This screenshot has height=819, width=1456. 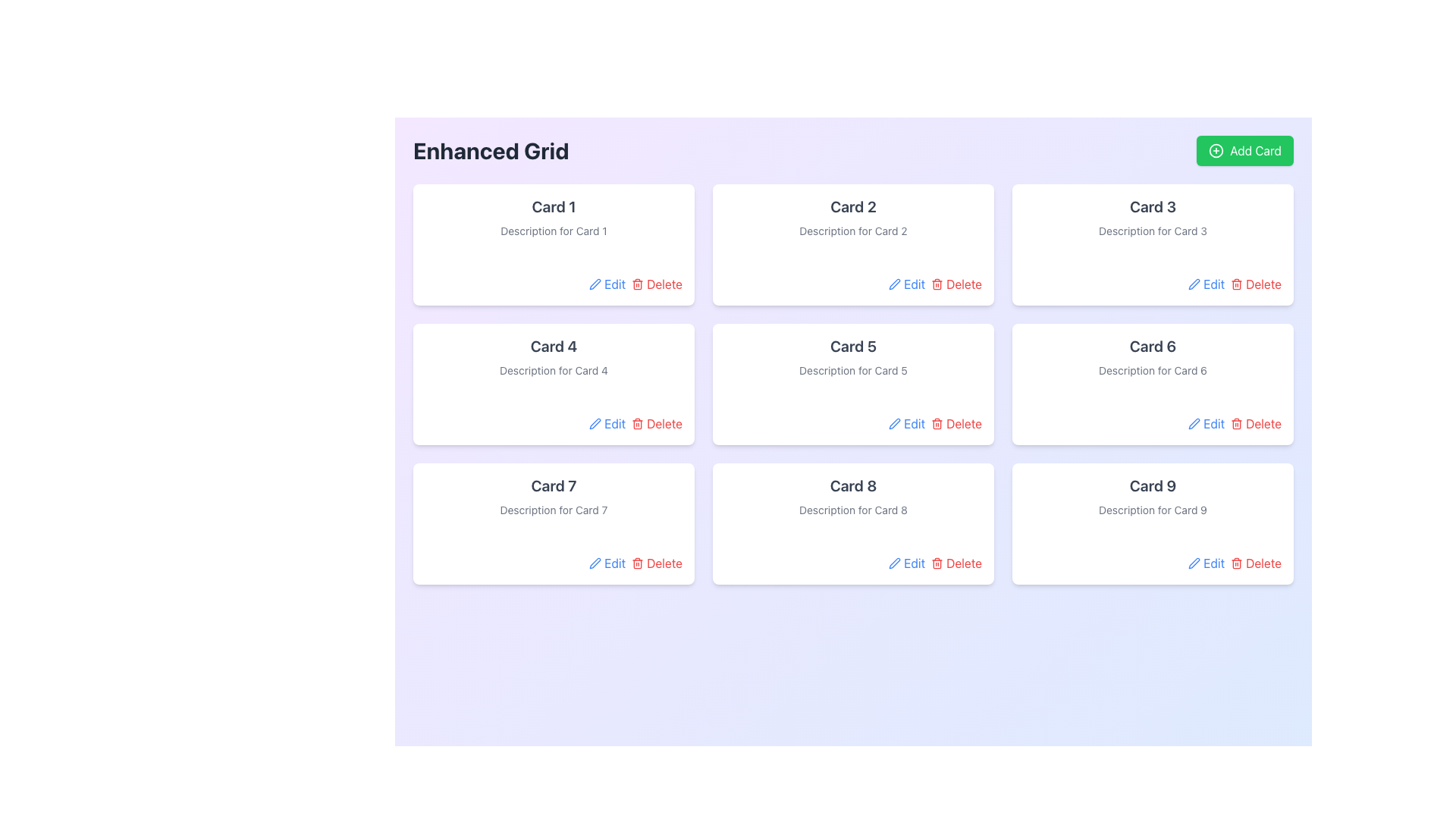 What do you see at coordinates (1194, 284) in the screenshot?
I see `the editing icon located to the left of the 'Edit' text in the bottom-right corner of 'Card 3'` at bounding box center [1194, 284].